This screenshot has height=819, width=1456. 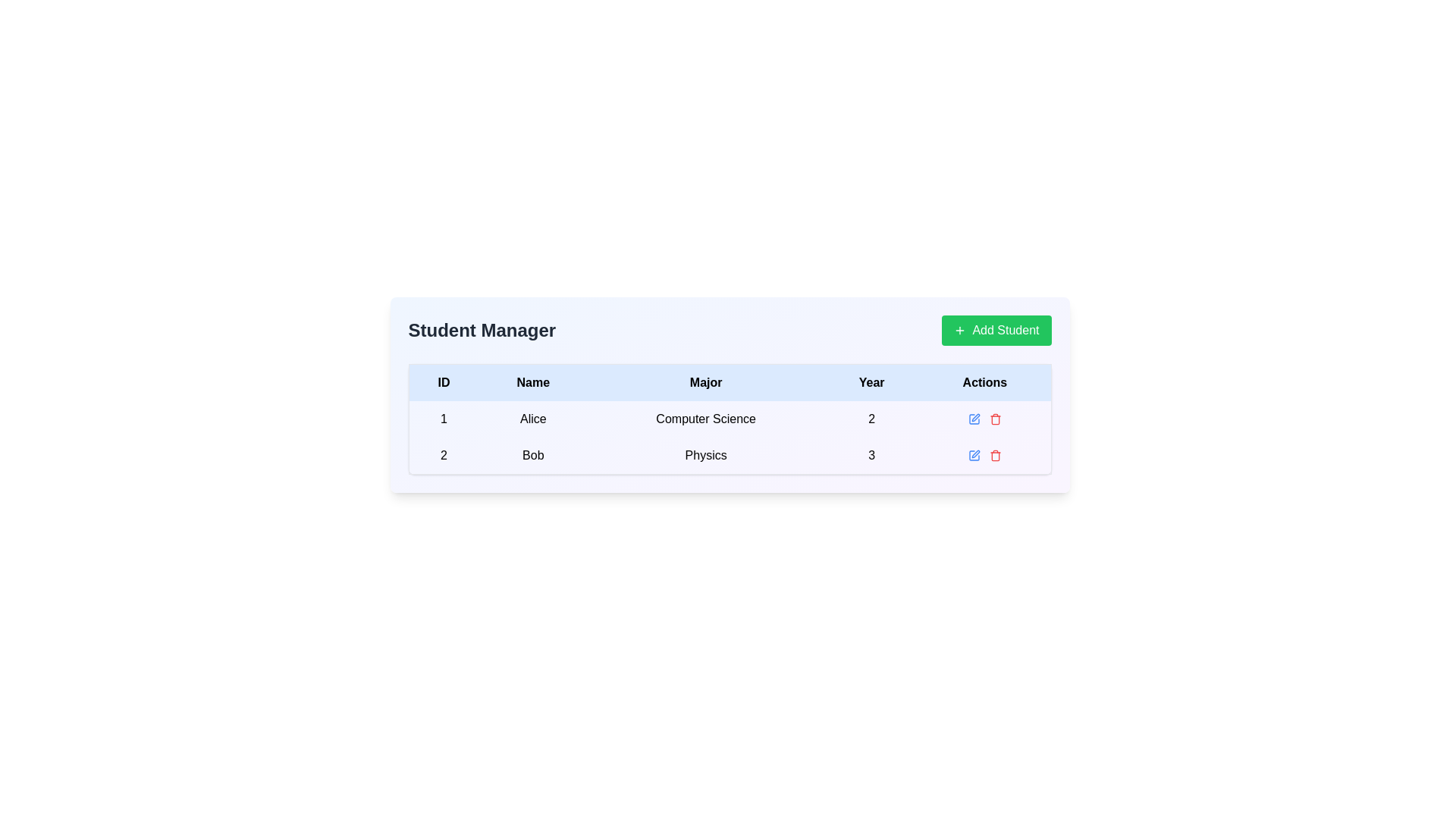 What do you see at coordinates (959, 329) in the screenshot?
I see `the 'Add Student' icon, which is located to the left of the button text in the top-right corner of the interface` at bounding box center [959, 329].